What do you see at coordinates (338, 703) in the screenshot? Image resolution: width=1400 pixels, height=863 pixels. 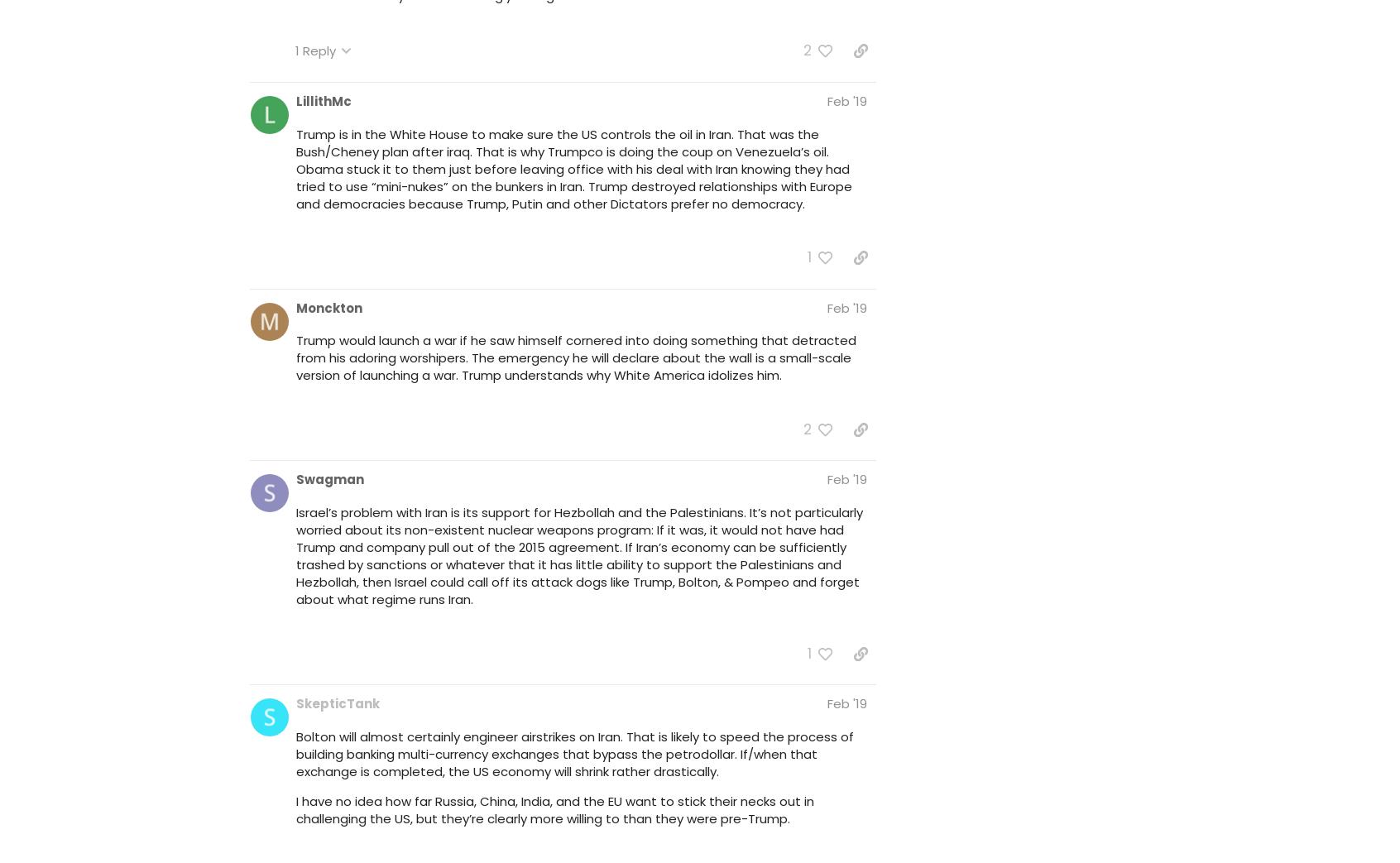 I see `'SkepticTank'` at bounding box center [338, 703].